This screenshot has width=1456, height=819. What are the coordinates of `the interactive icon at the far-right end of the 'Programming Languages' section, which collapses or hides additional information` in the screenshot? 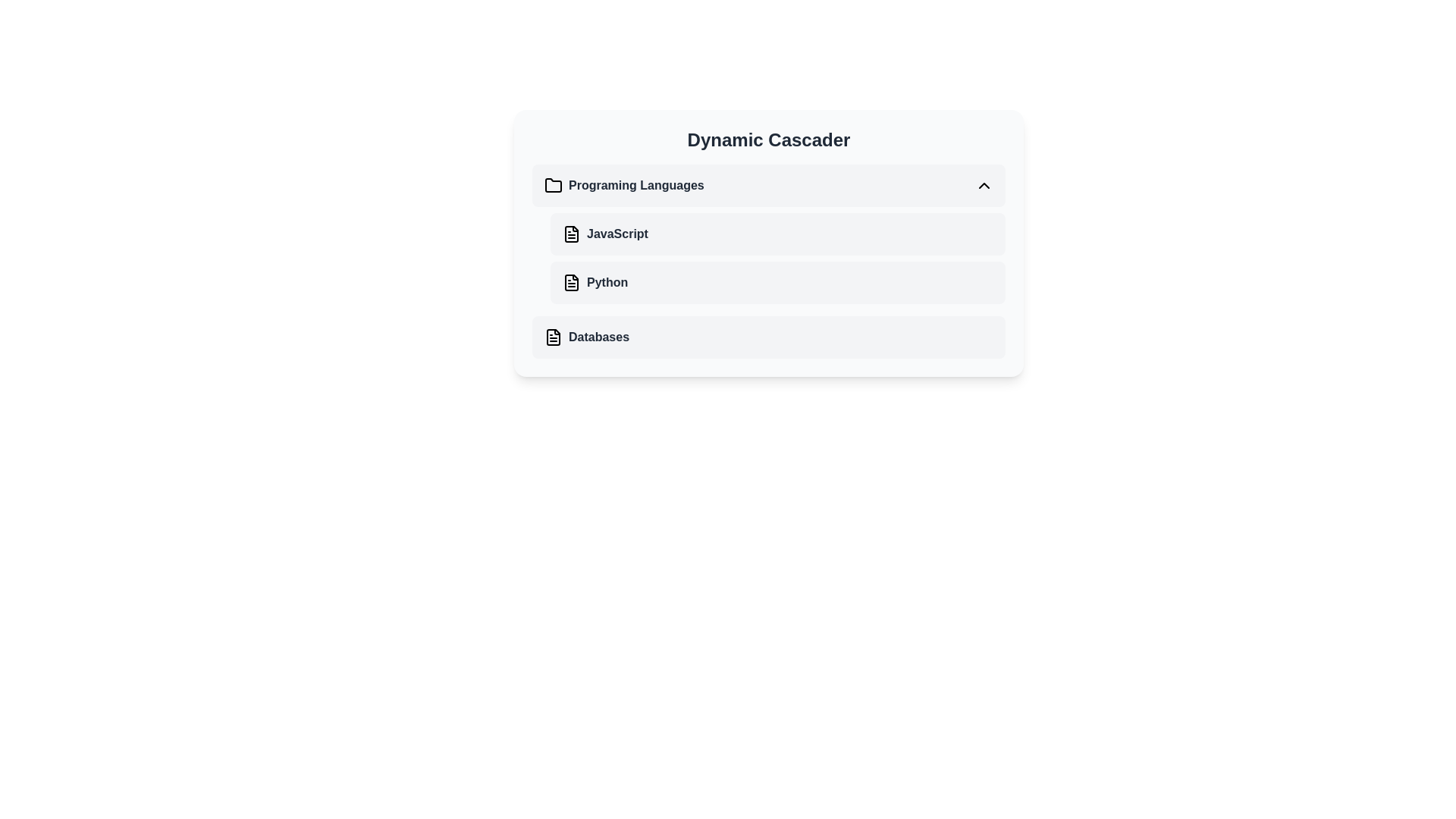 It's located at (984, 185).